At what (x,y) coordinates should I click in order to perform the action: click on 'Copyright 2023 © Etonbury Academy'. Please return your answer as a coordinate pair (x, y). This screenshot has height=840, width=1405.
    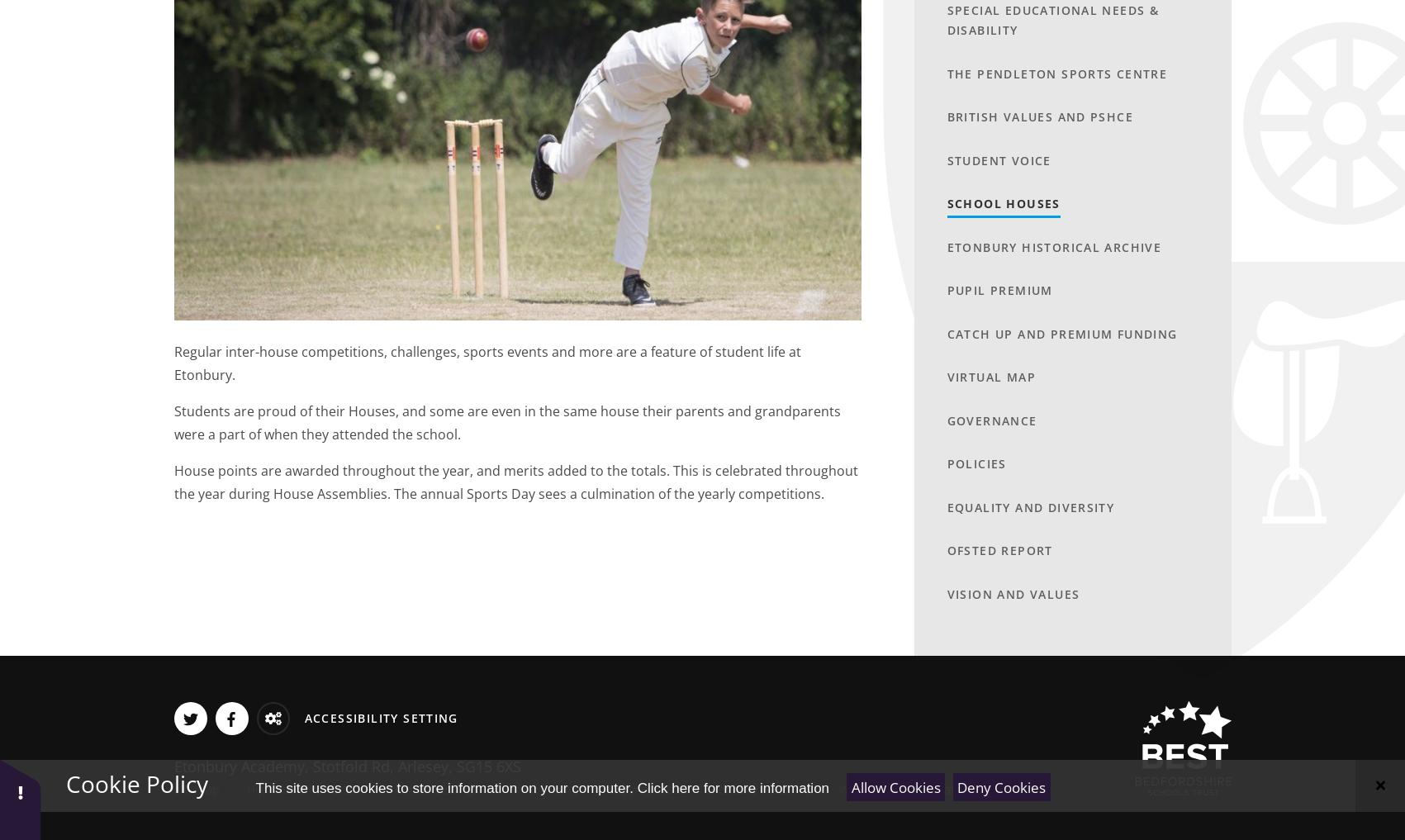
    Looking at the image, I should click on (708, 788).